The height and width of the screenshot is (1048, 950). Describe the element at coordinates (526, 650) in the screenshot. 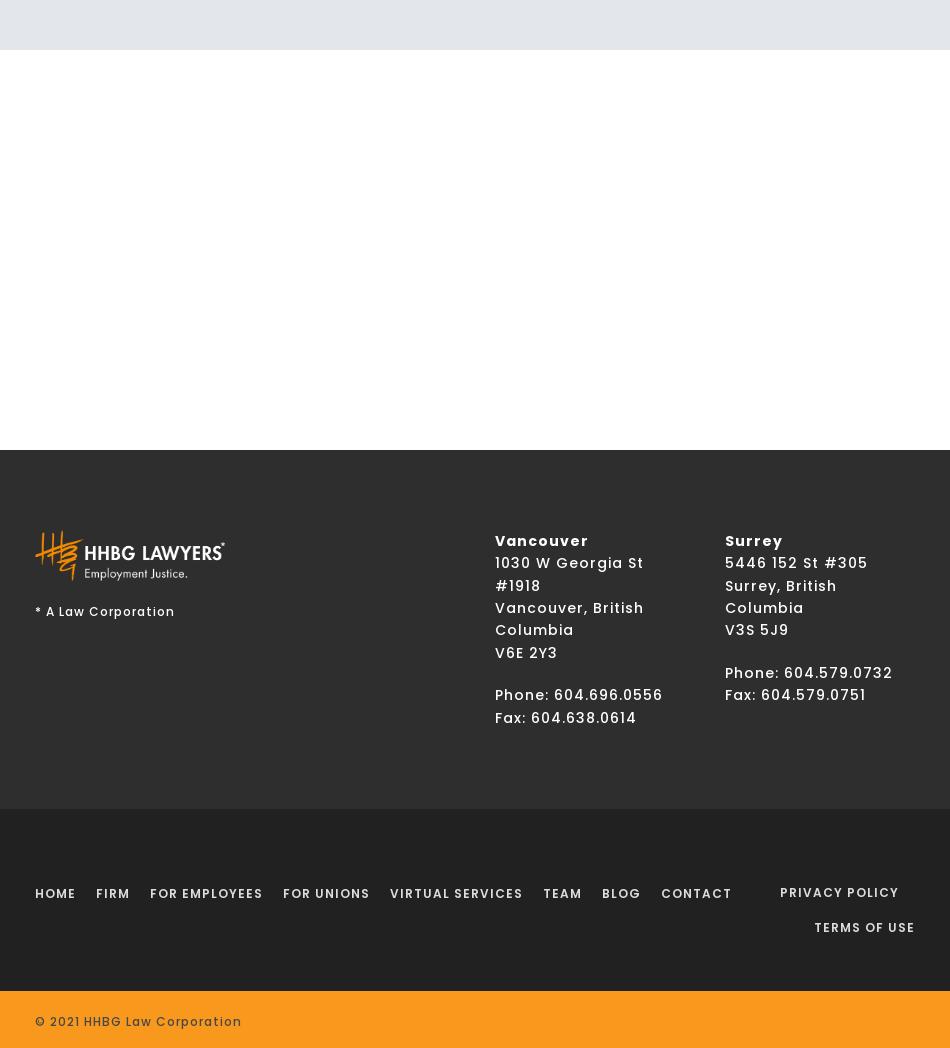

I see `'V6E 2Y3'` at that location.